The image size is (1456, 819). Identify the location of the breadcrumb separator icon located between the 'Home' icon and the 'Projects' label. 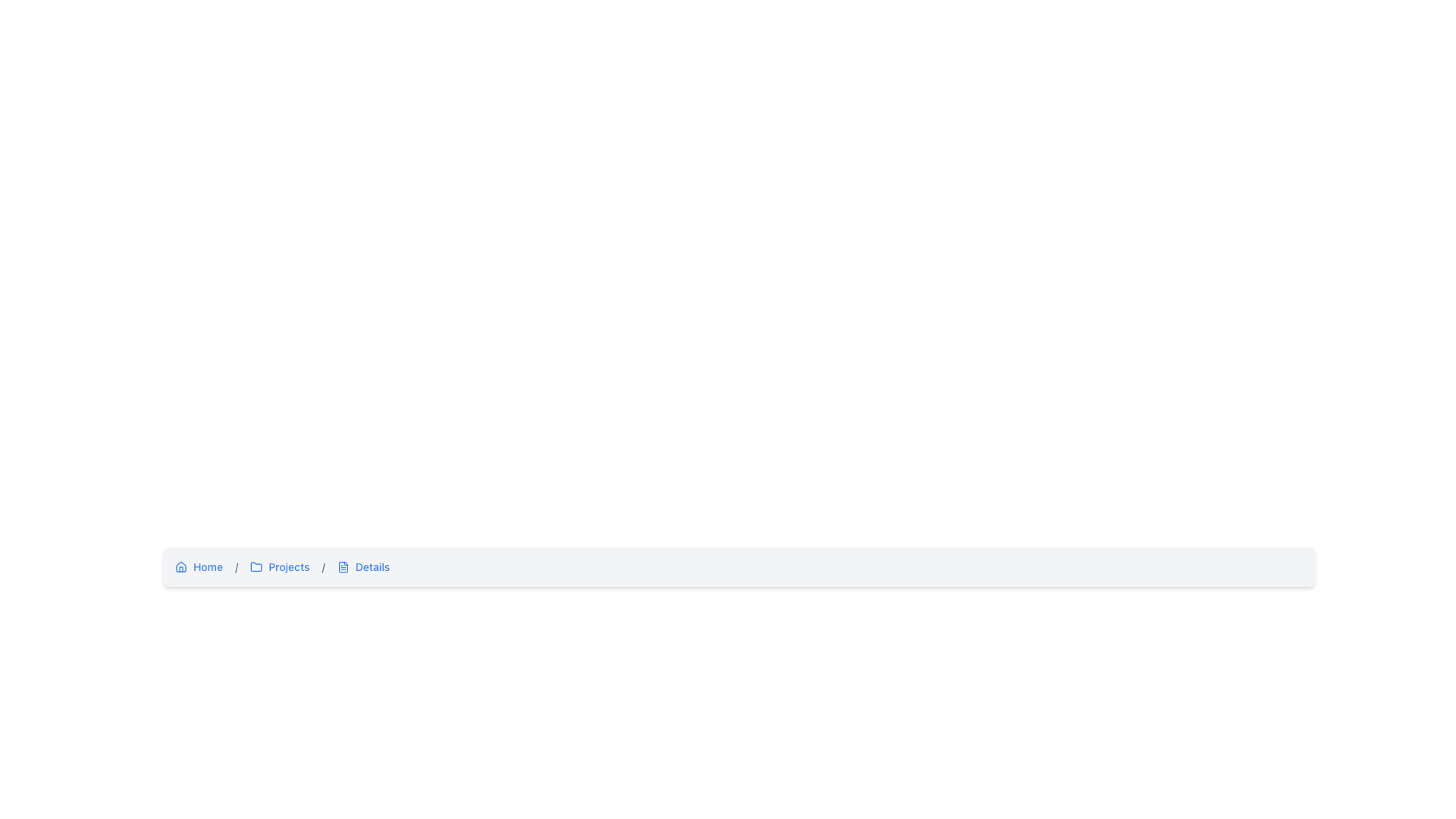
(256, 566).